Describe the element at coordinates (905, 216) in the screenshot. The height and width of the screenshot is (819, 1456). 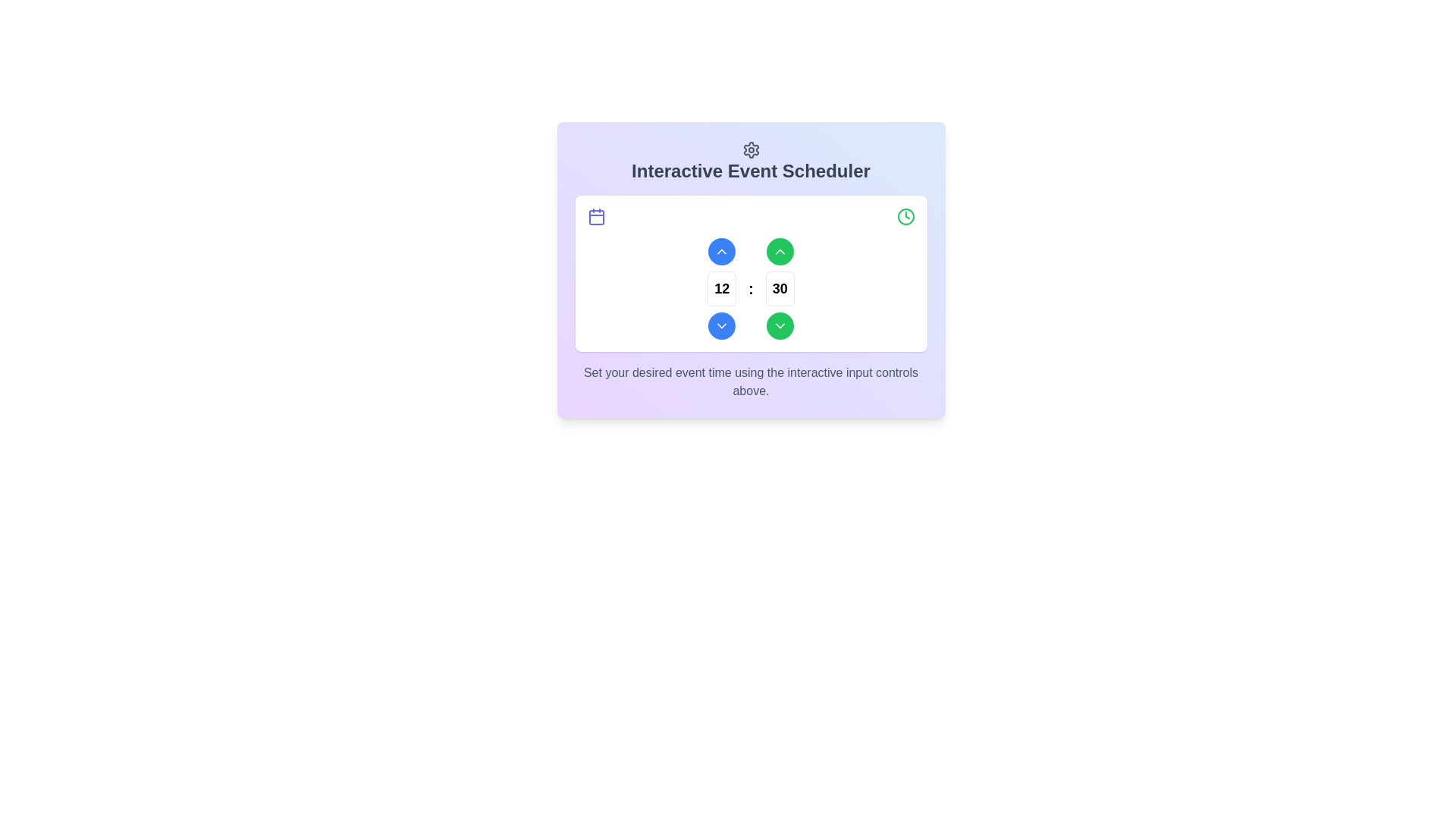
I see `the time settings icon located at the far right of the horizontal row of icons at the top of the interface` at that location.